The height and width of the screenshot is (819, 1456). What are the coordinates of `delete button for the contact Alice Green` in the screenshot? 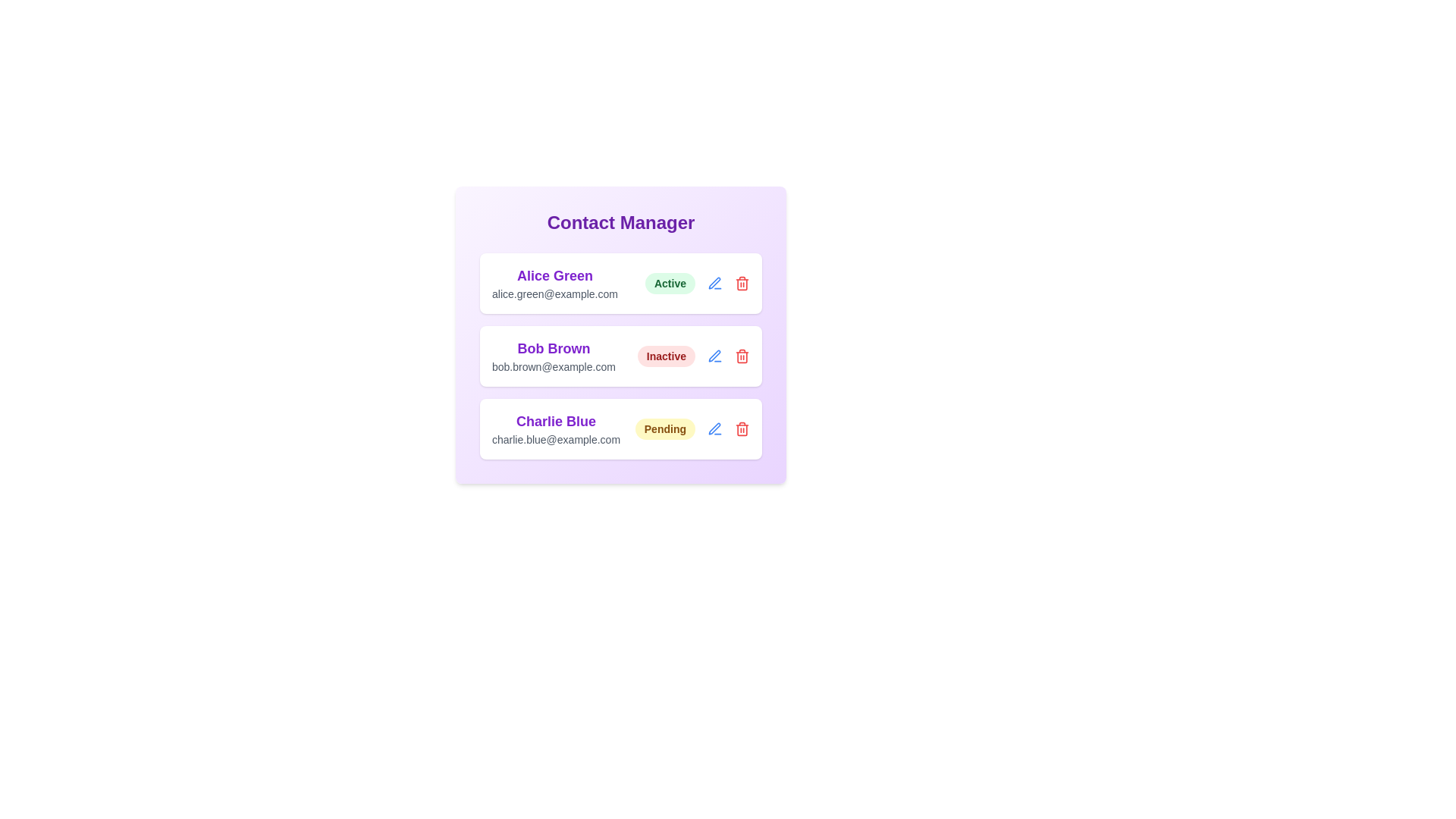 It's located at (742, 284).